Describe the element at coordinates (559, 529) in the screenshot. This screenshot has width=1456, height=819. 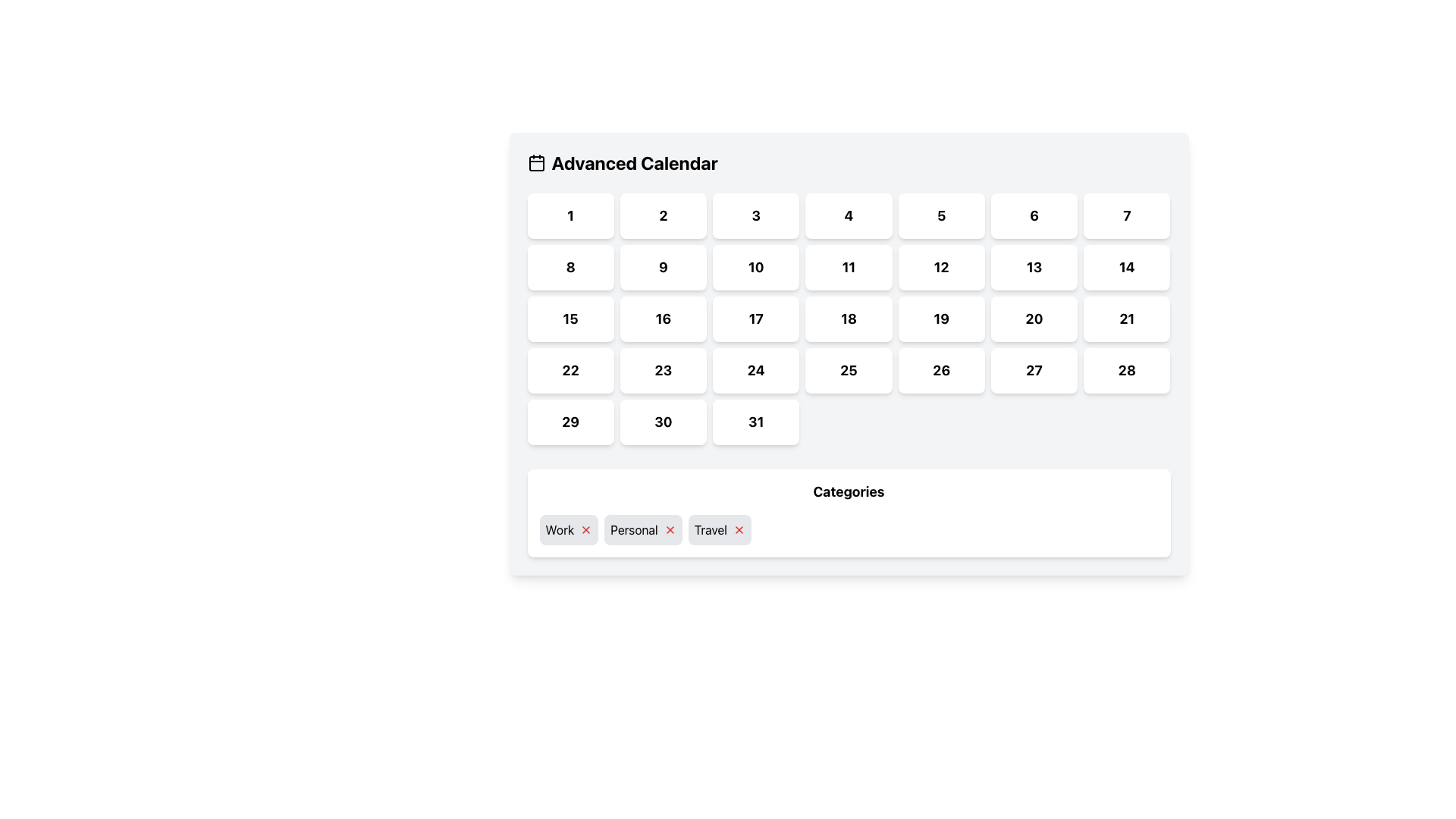
I see `the bold, black text labeled 'Work' located within the light gray rounded rectangle background in the 'Categories' section at the bottom of the interface` at that location.